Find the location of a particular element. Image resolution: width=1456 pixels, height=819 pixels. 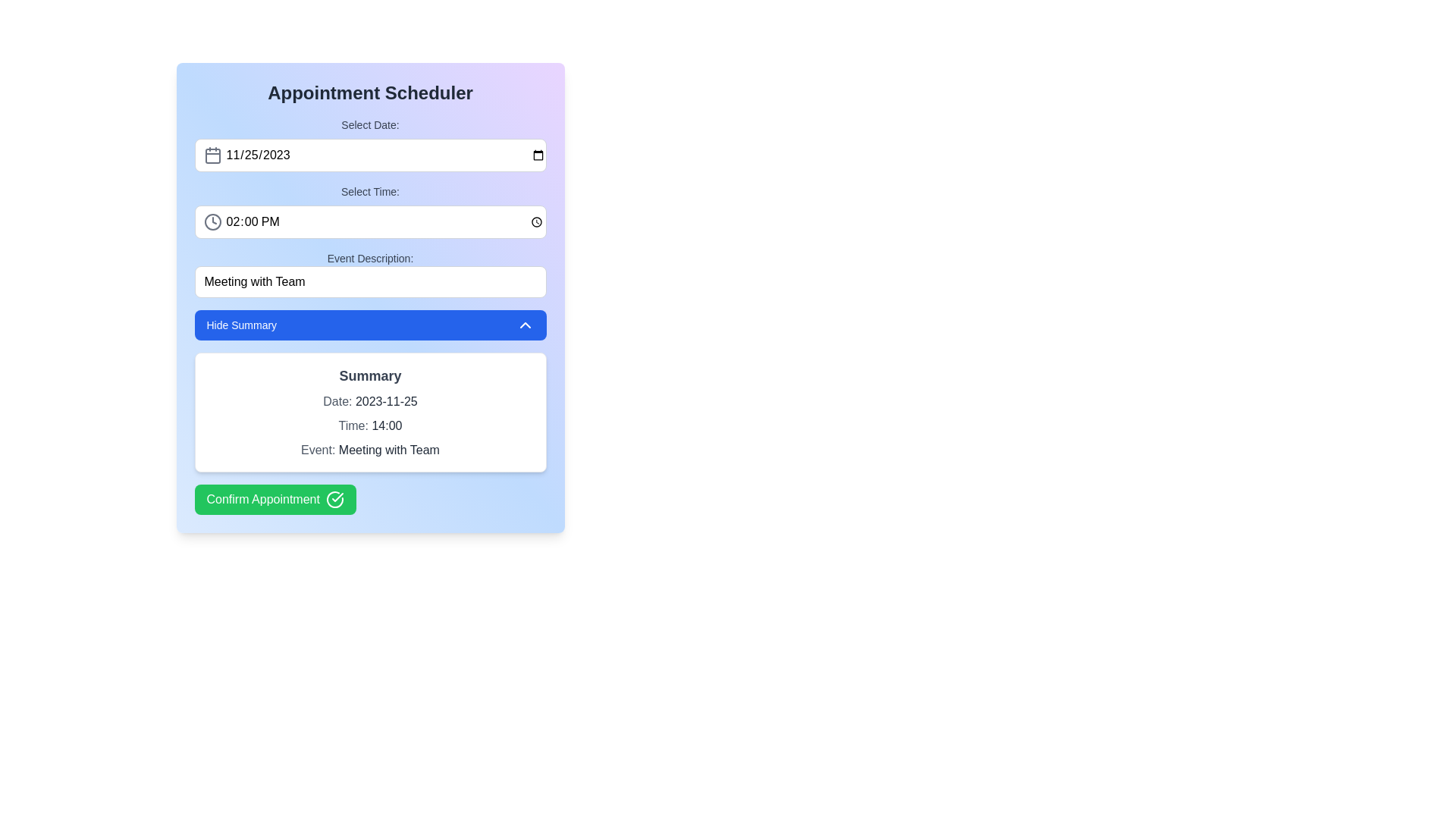

the text label that serves as a label for the date selection input field, which is positioned below the 'Appointment Scheduler' header and above the date input field is located at coordinates (370, 124).